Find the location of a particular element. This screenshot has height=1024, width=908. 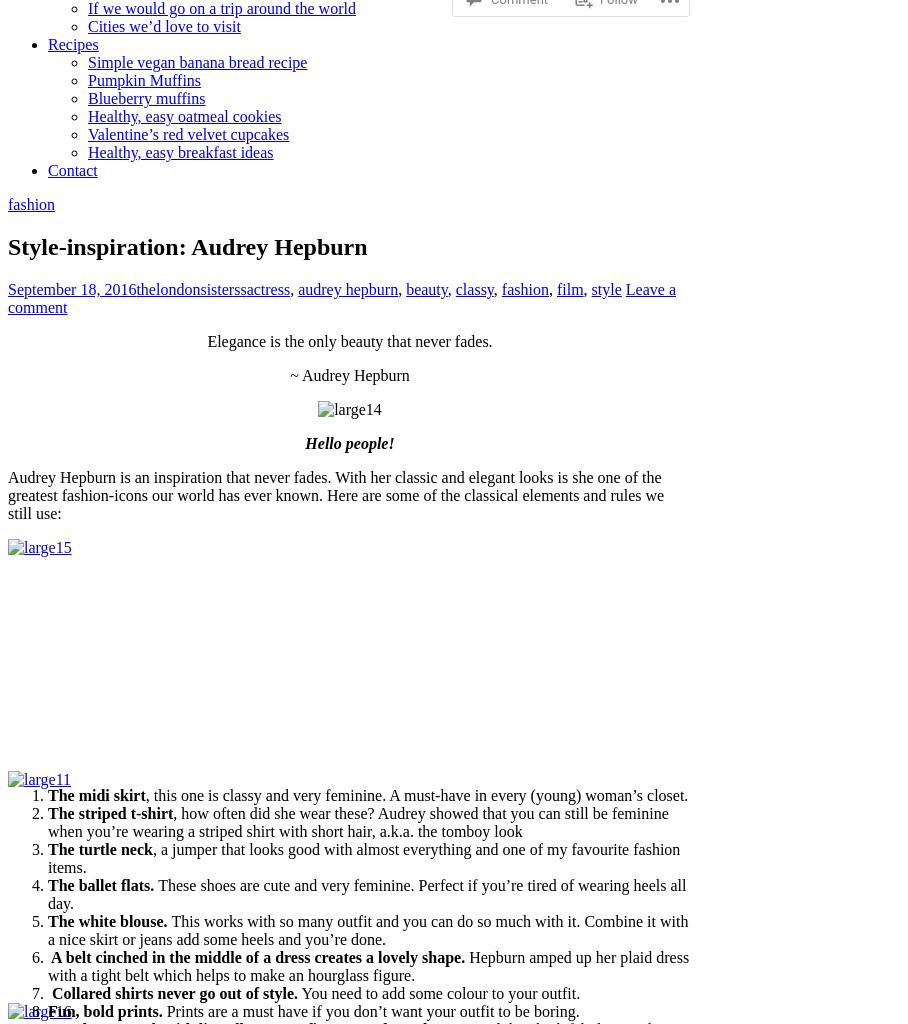

'The midi skirt' is located at coordinates (48, 794).